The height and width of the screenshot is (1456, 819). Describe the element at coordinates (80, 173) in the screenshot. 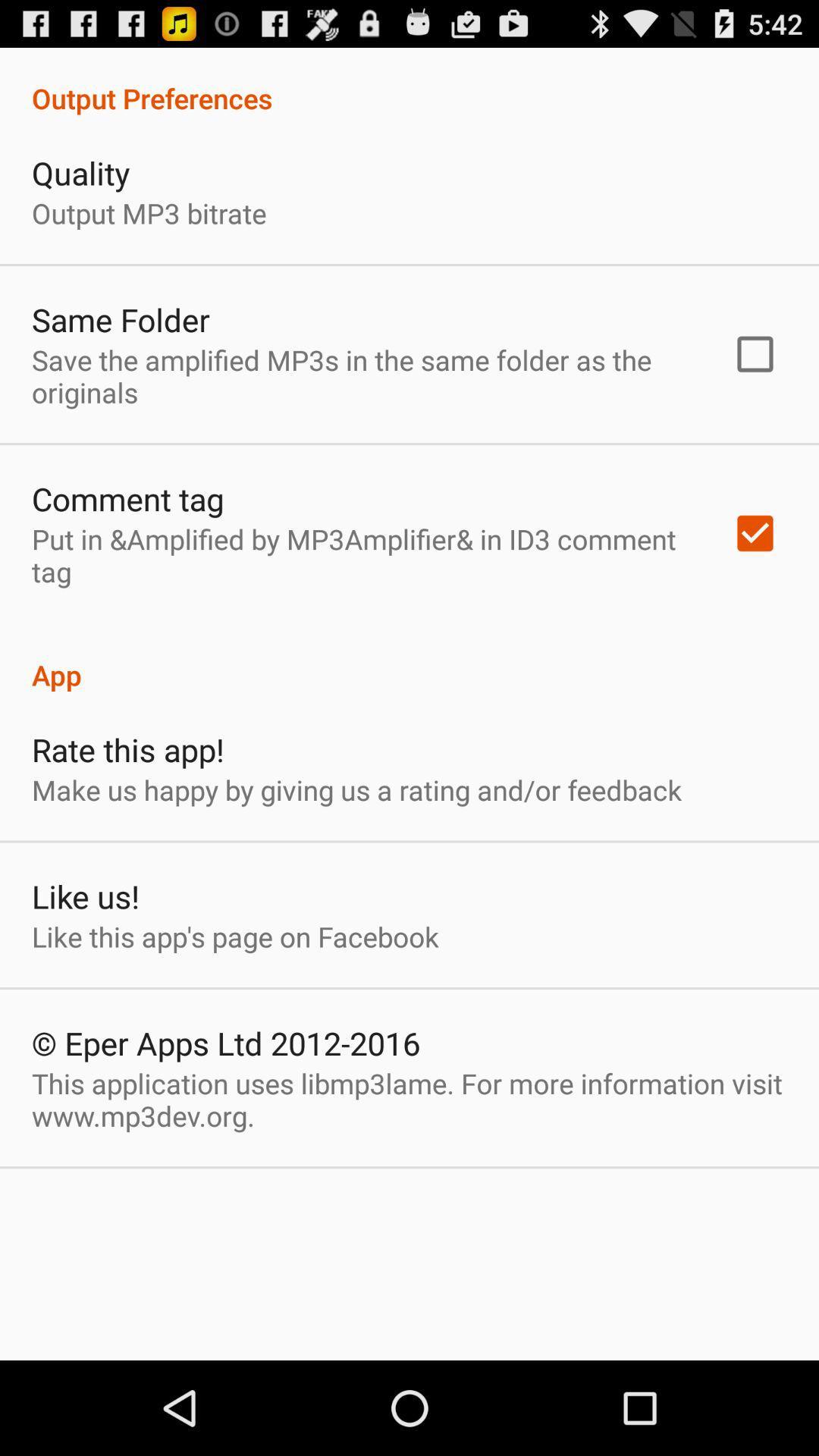

I see `quality item` at that location.